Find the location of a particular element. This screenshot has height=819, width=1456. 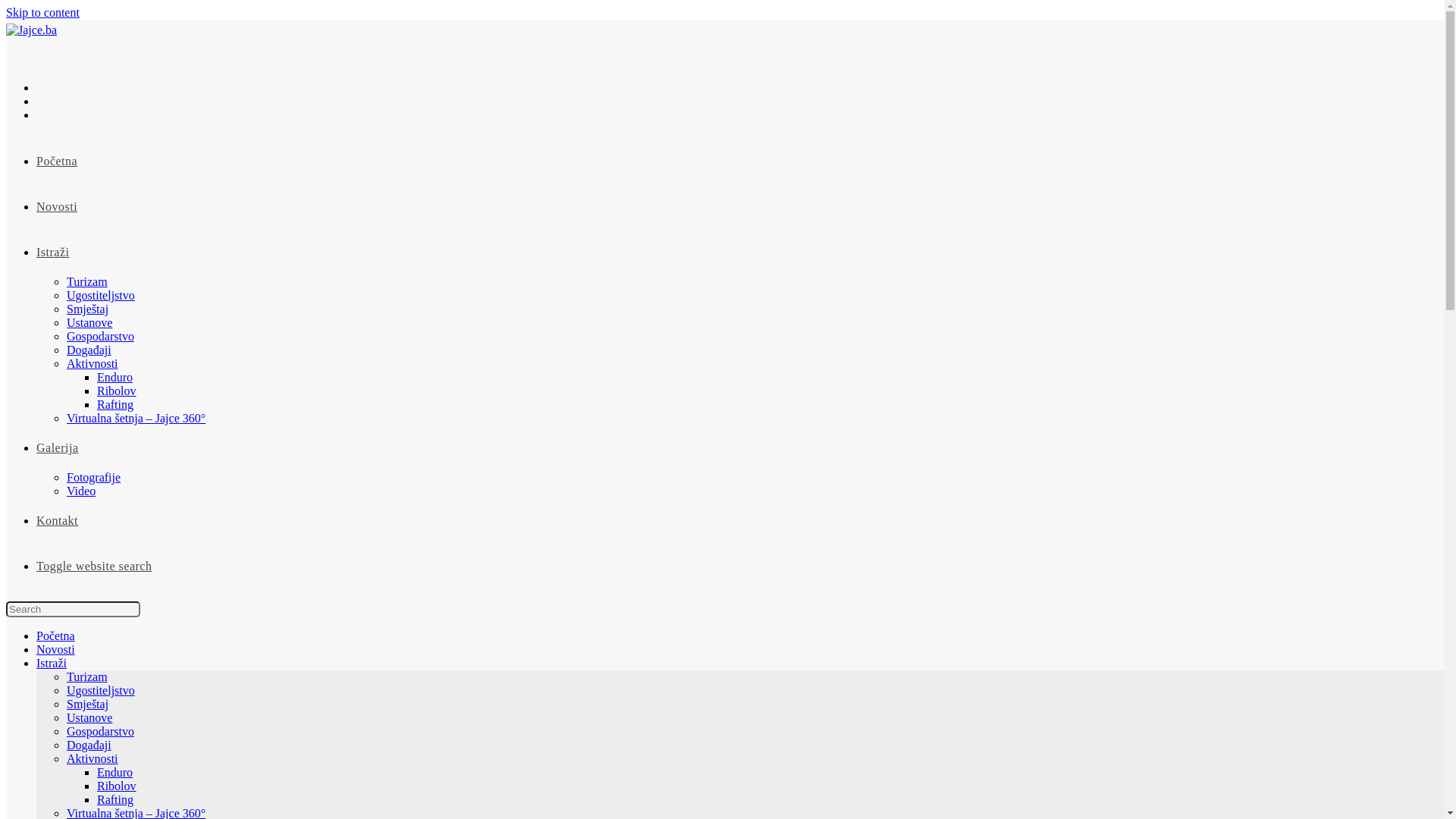

'Ribolov' is located at coordinates (115, 390).